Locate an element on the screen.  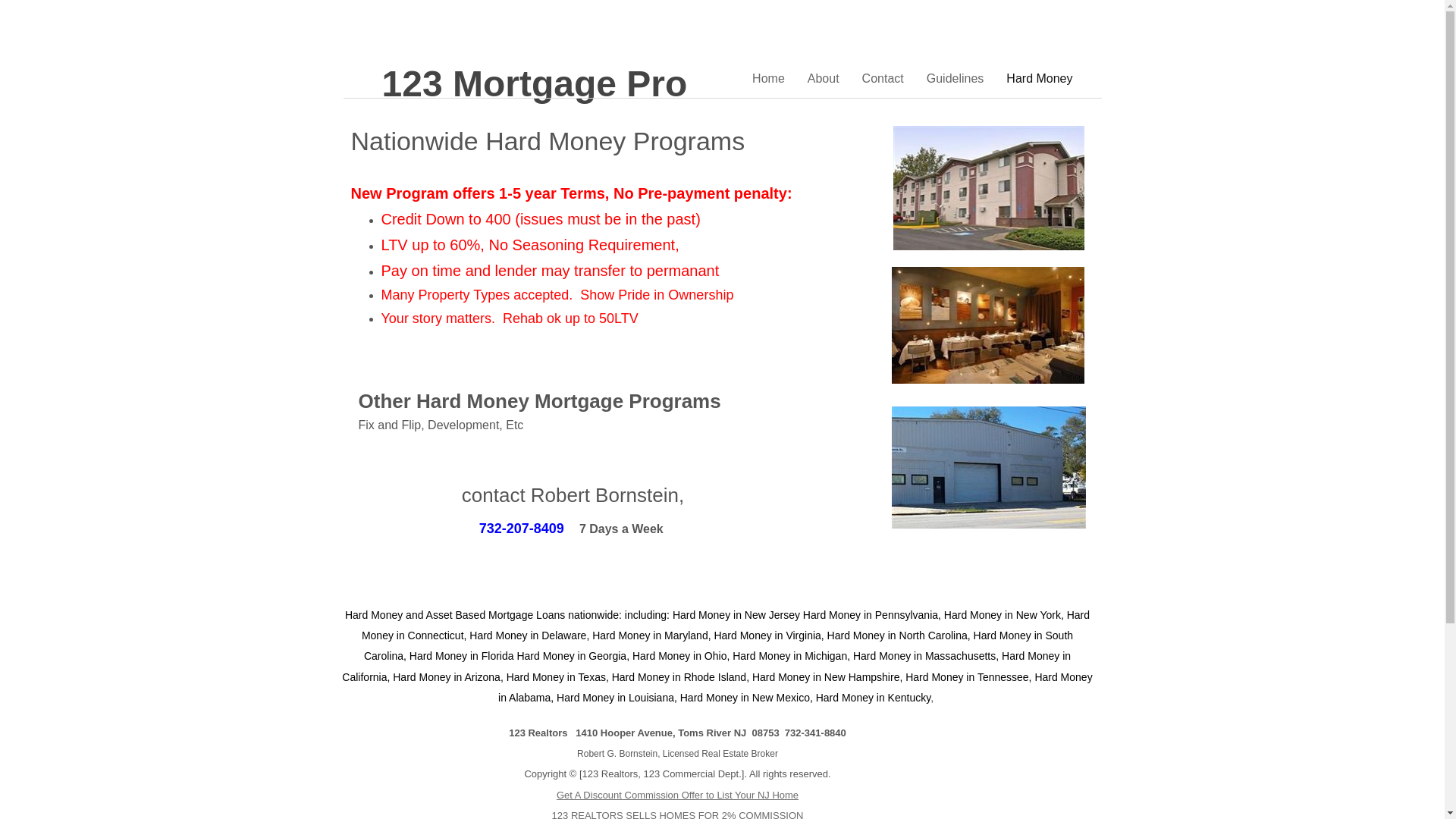
'About' is located at coordinates (822, 78).